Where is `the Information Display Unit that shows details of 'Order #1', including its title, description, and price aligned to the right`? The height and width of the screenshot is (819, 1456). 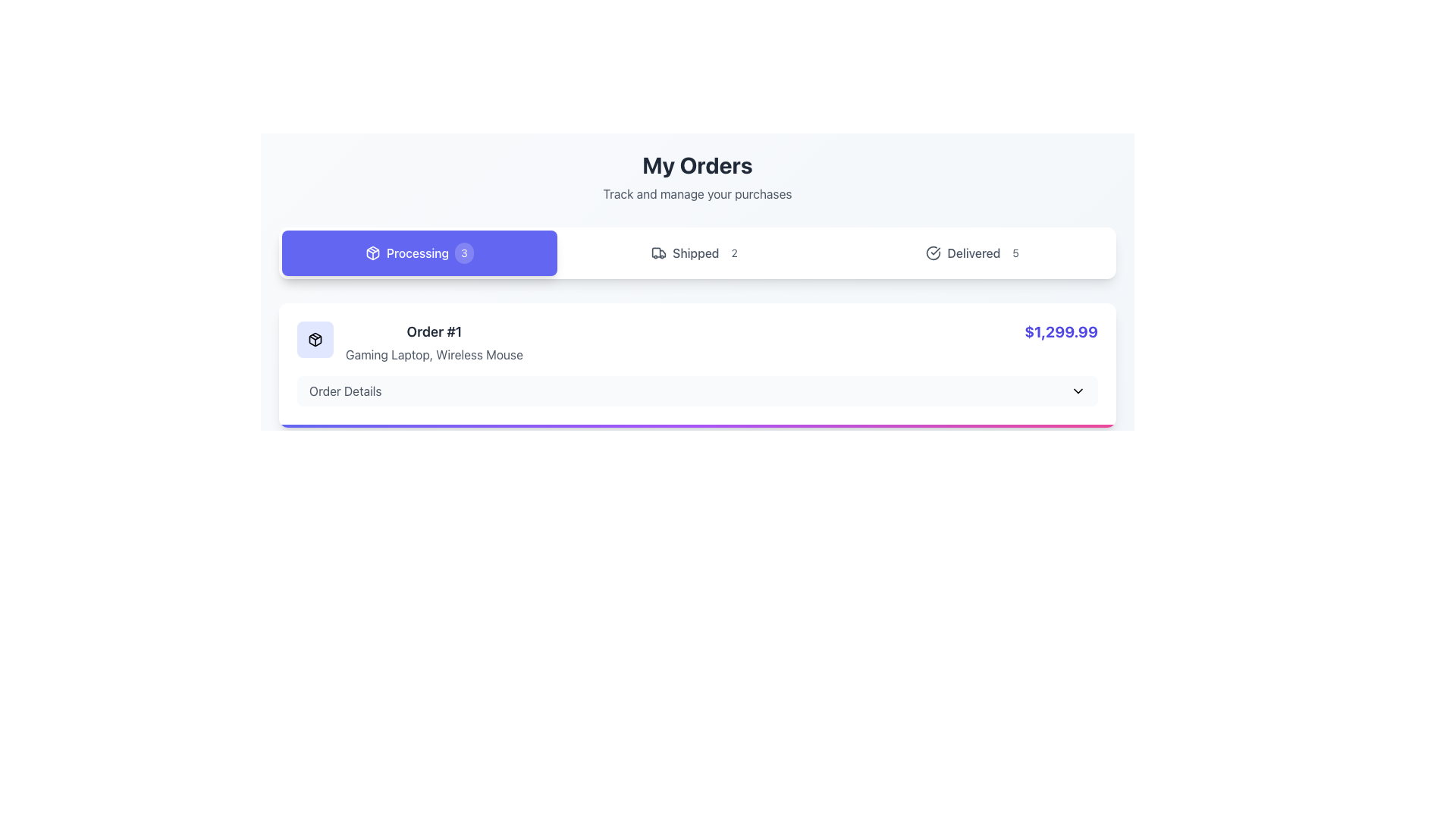
the Information Display Unit that shows details of 'Order #1', including its title, description, and price aligned to the right is located at coordinates (697, 342).